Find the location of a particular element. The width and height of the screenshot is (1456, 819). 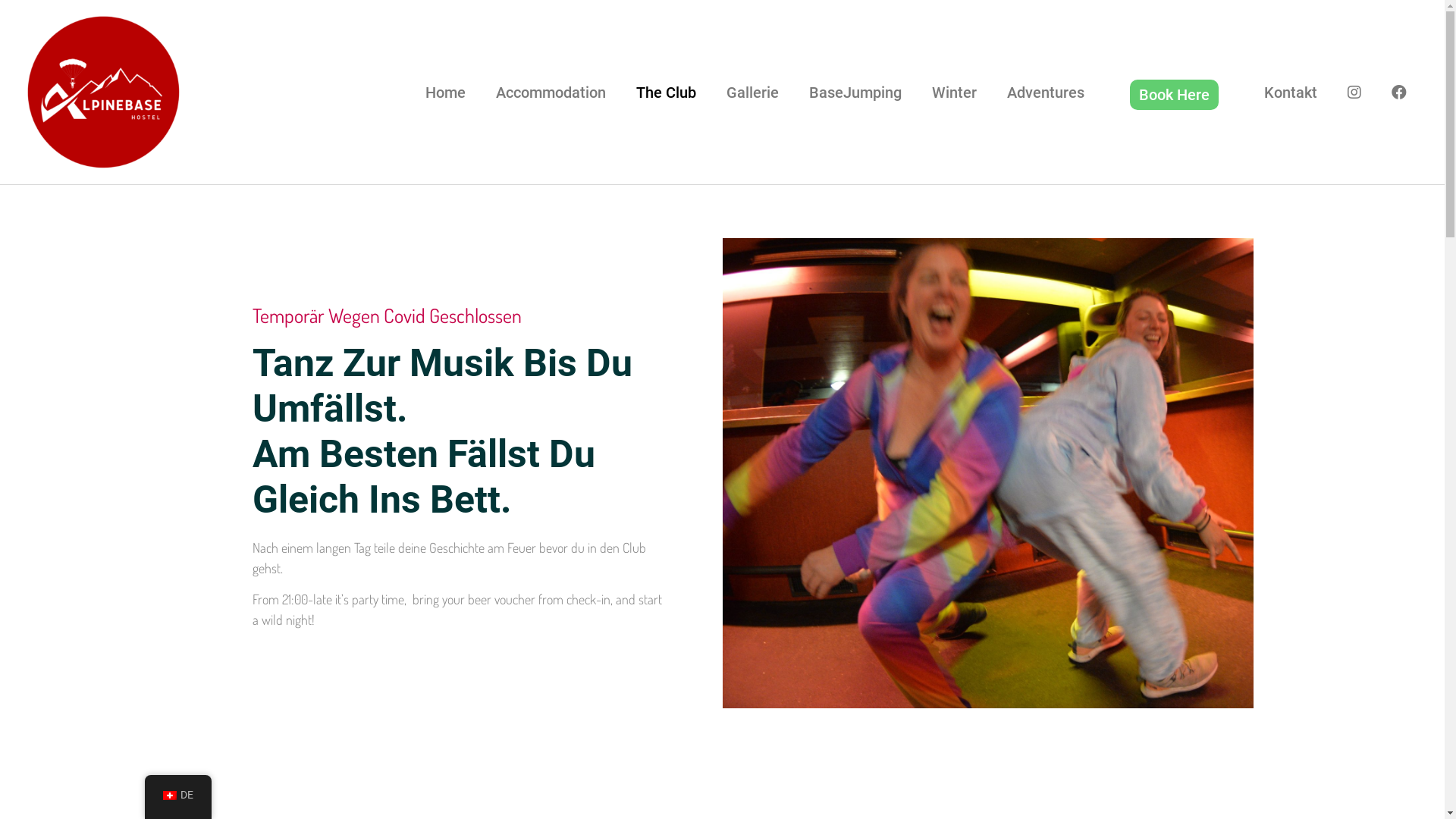

'Gallerie' is located at coordinates (752, 93).